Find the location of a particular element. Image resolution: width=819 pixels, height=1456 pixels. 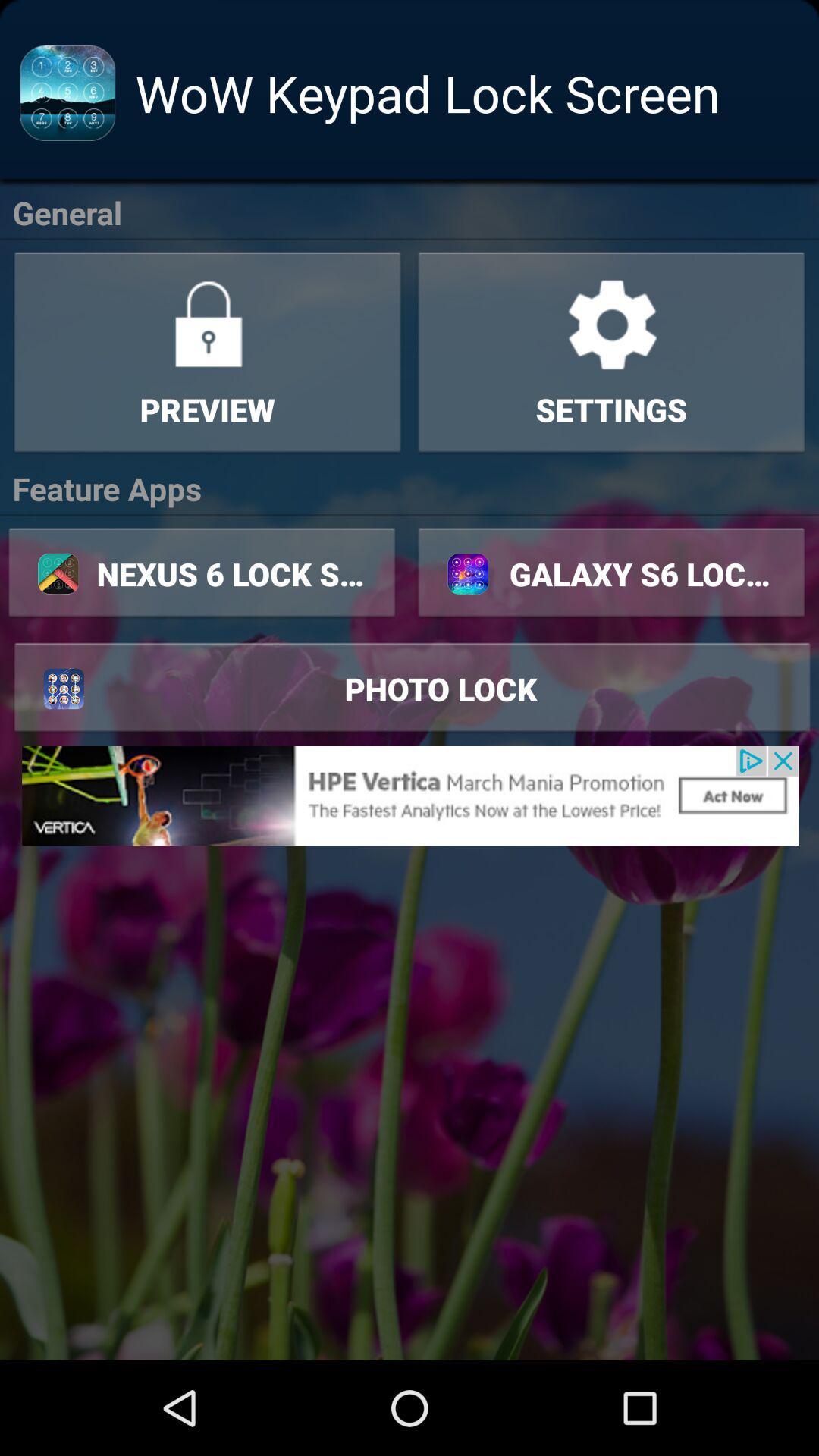

advertisement link is located at coordinates (409, 795).